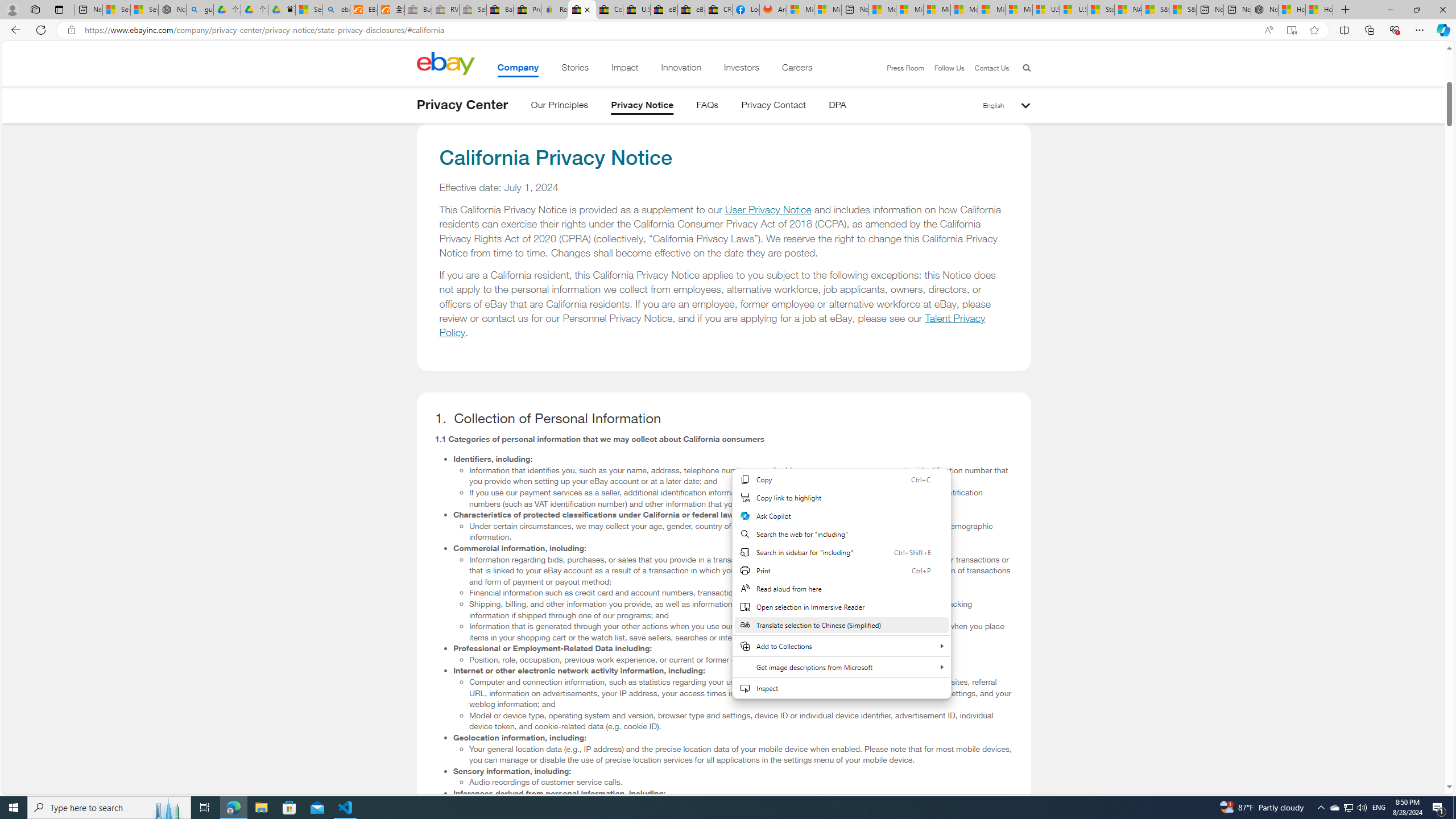 The width and height of the screenshot is (1456, 819). I want to click on 'Ask Copilot', so click(841, 516).